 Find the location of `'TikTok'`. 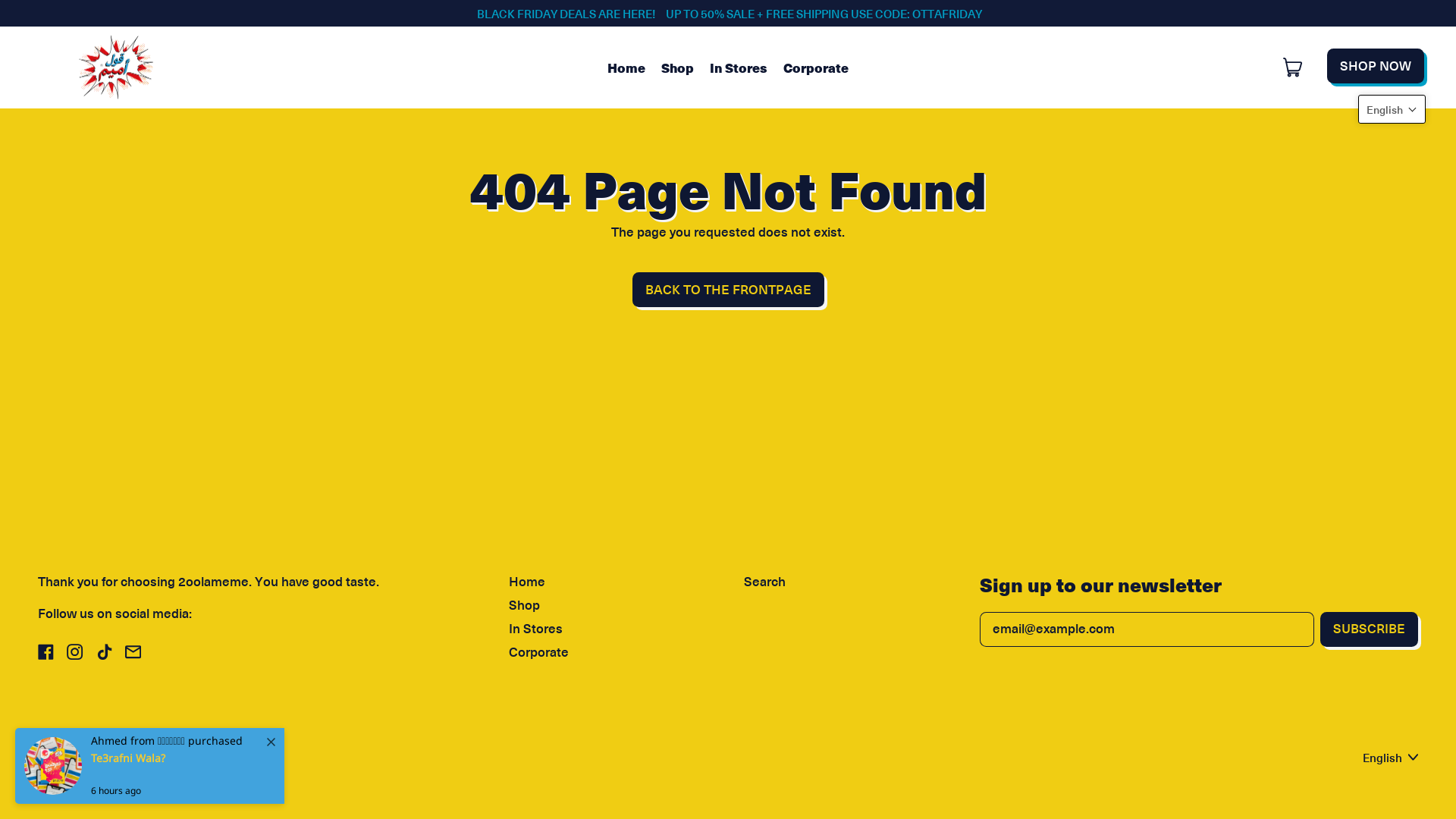

'TikTok' is located at coordinates (102, 654).